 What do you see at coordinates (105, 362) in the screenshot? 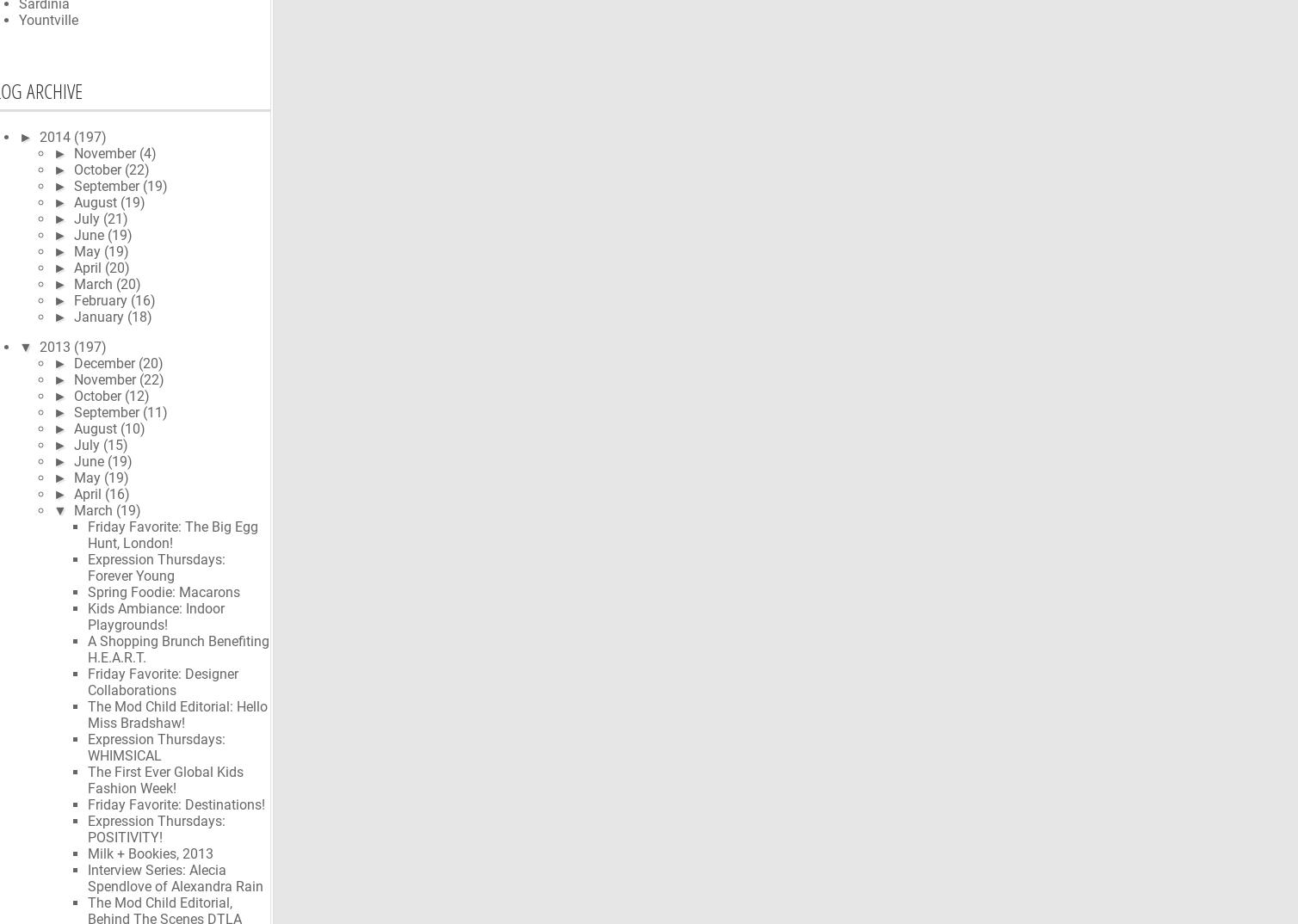
I see `'December'` at bounding box center [105, 362].